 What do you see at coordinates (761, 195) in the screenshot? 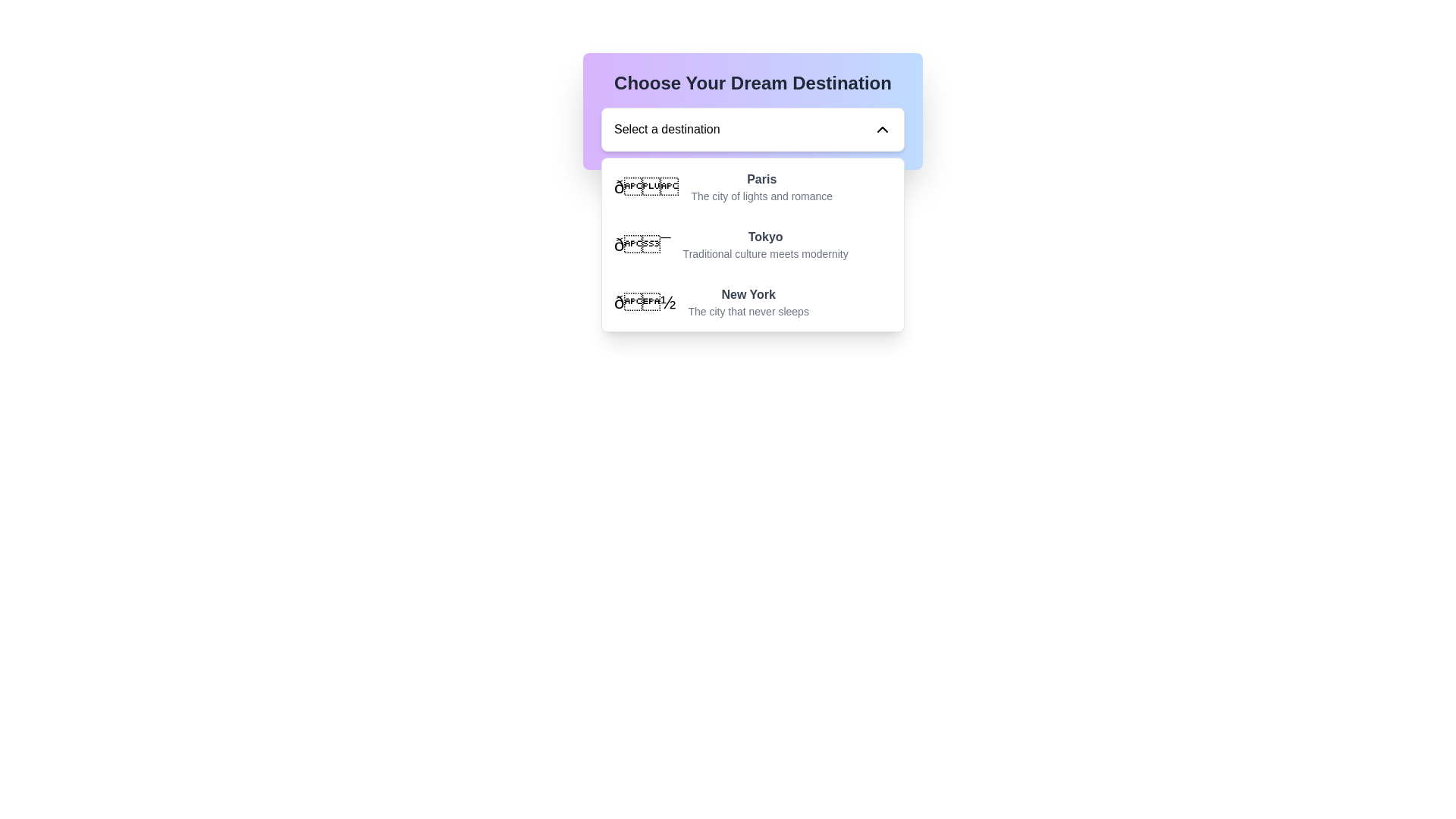
I see `the text label displaying 'The city of lights and romance', which is located below the larger text 'Paris' in the dropdown menu 'Choose Your Dream Destination'` at bounding box center [761, 195].